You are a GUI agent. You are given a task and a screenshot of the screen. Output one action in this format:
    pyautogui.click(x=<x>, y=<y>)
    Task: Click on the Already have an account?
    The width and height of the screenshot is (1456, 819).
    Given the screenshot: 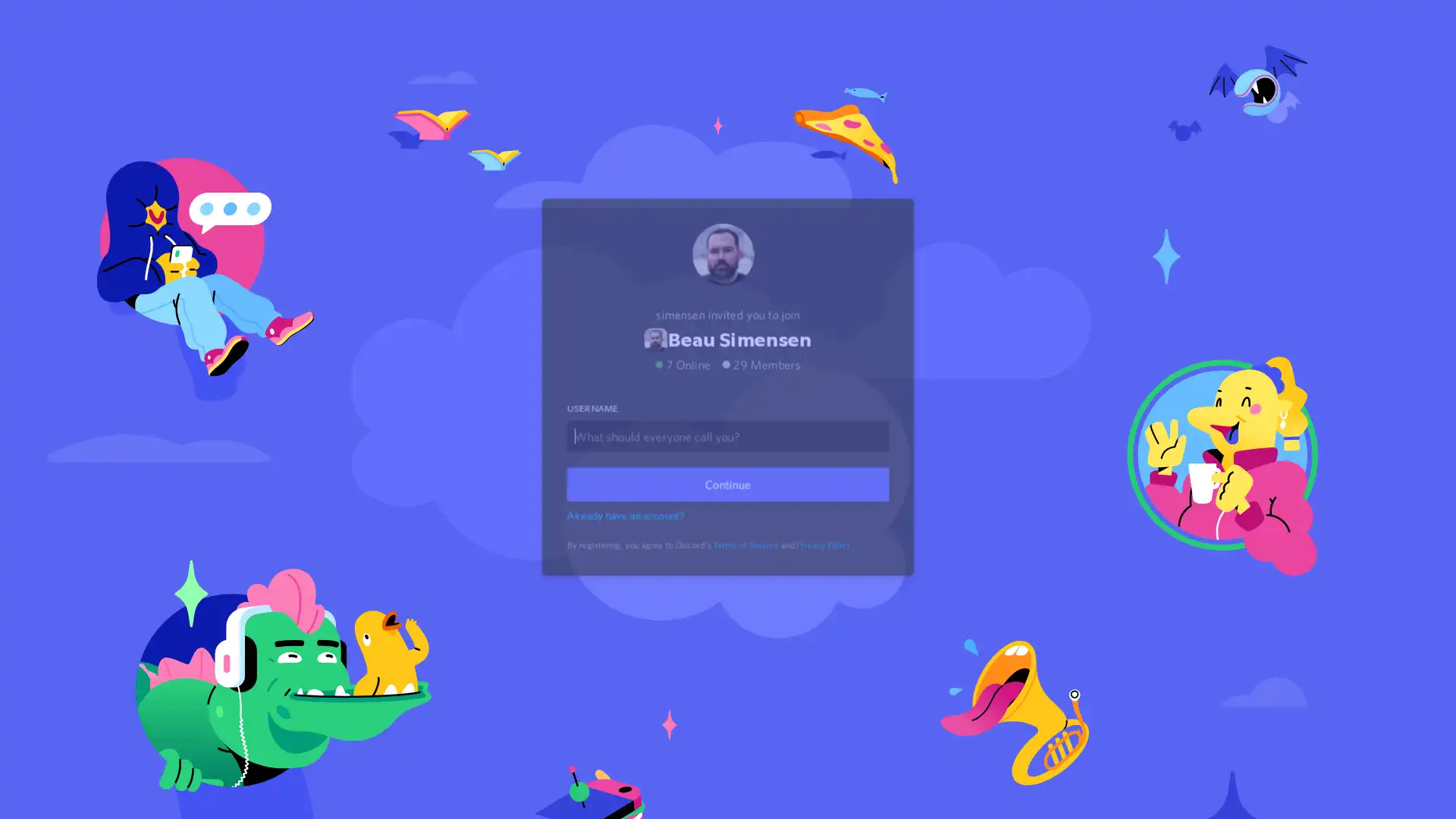 What is the action you would take?
    pyautogui.click(x=628, y=534)
    